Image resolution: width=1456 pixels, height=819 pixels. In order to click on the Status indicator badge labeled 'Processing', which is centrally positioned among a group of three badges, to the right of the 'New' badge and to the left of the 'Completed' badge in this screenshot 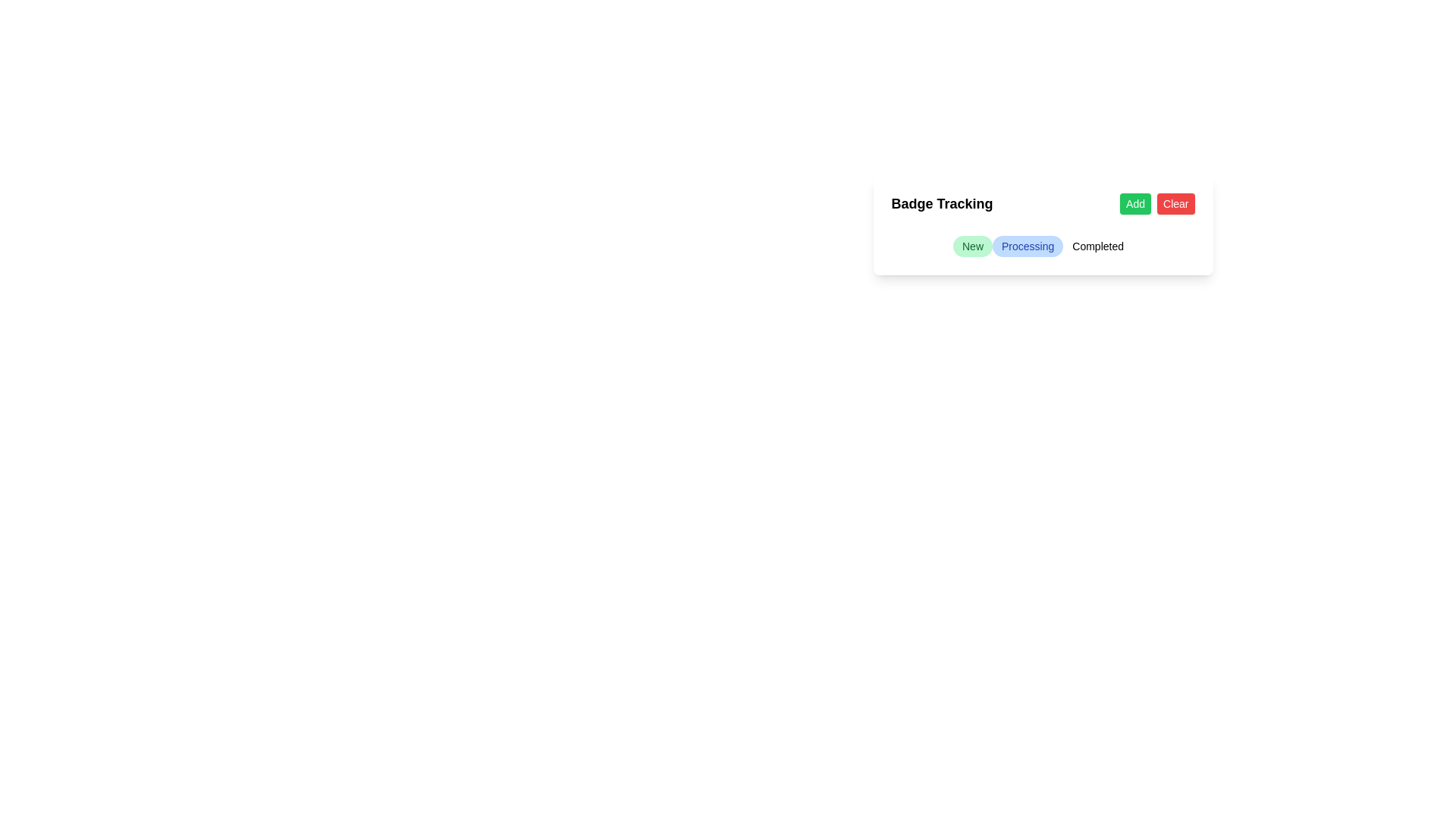, I will do `click(1028, 245)`.